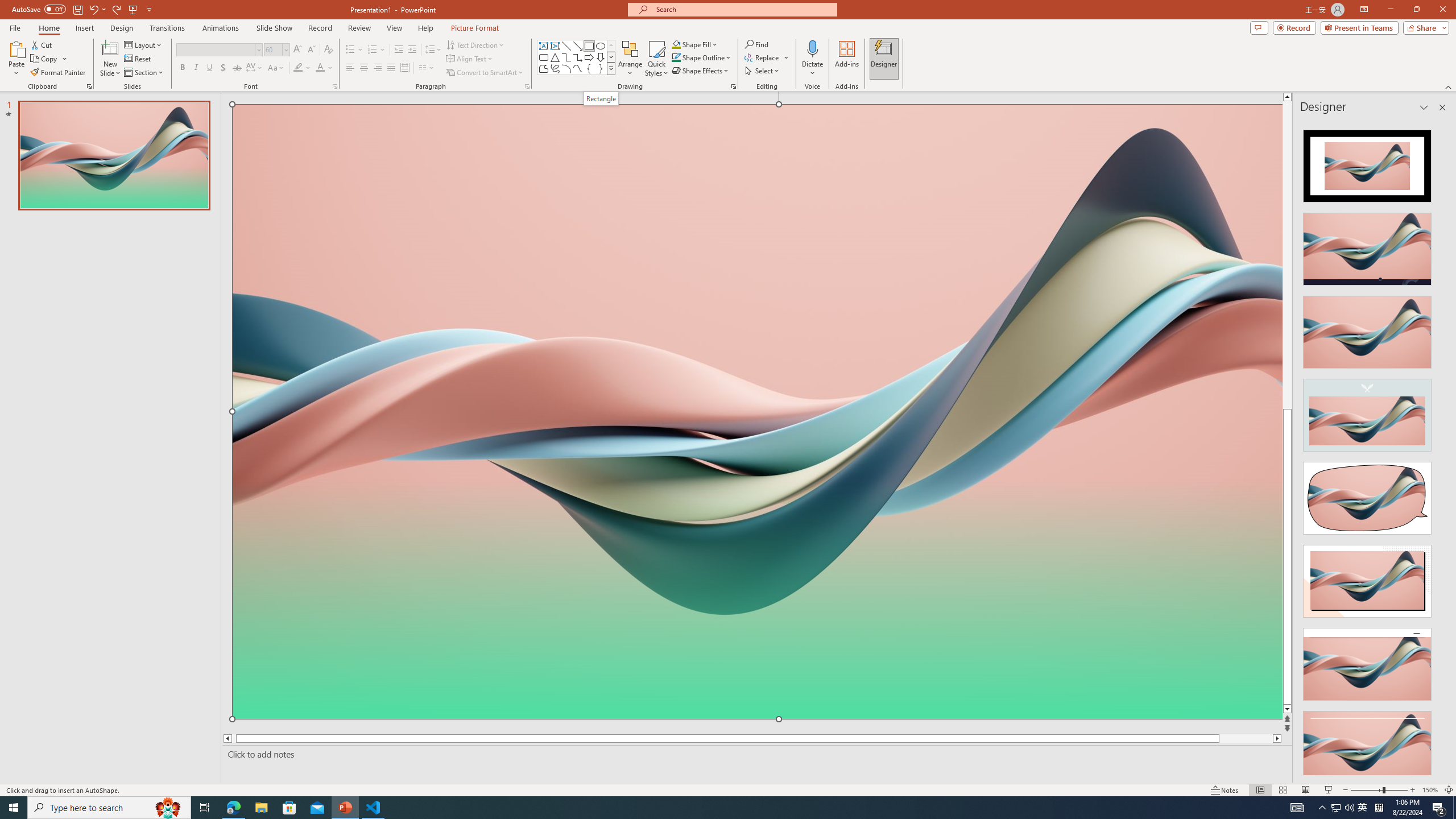  Describe the element at coordinates (1366, 162) in the screenshot. I see `'Recommended Design: Design Idea'` at that location.